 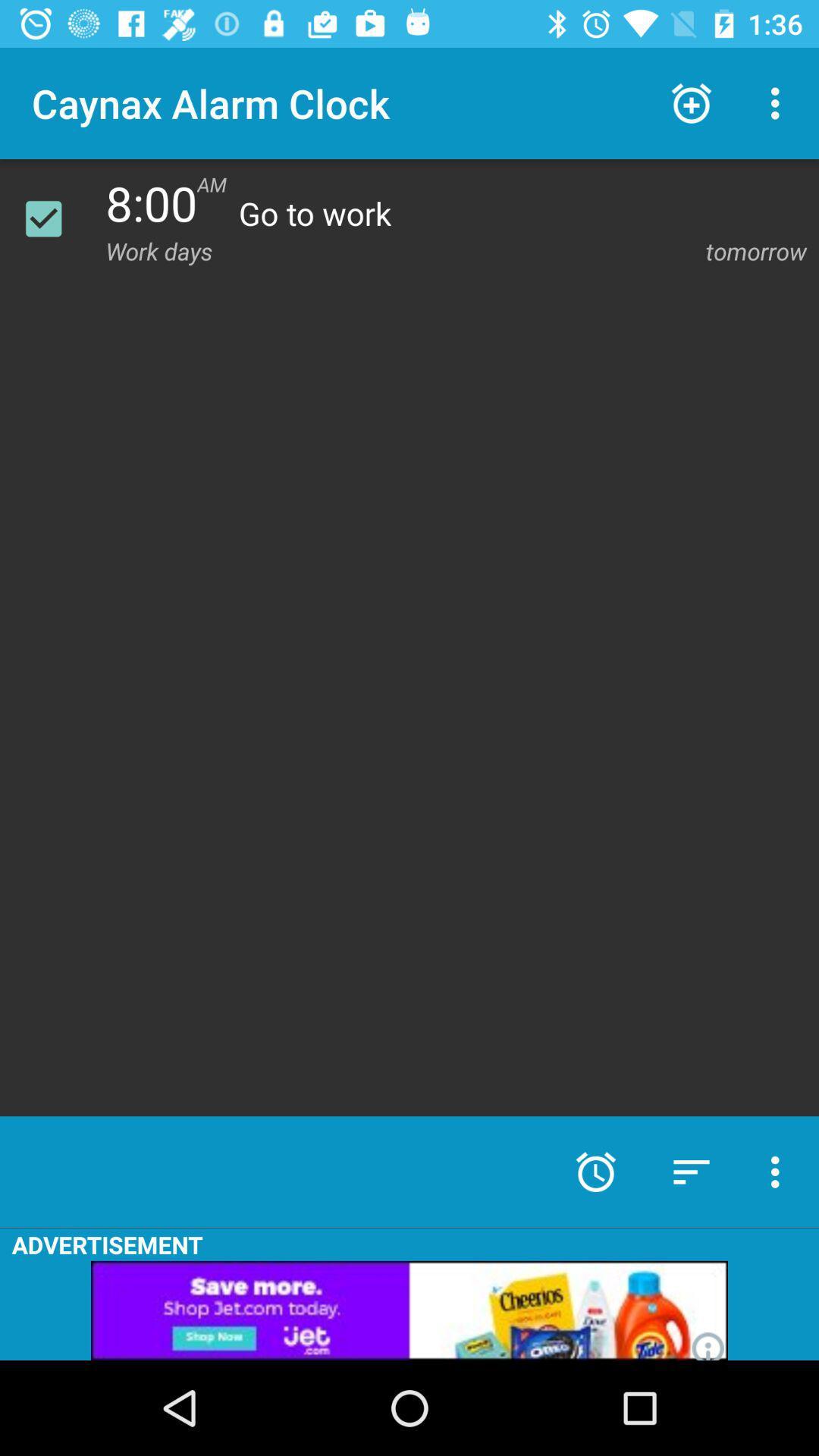 What do you see at coordinates (52, 218) in the screenshot?
I see `alarm on or off` at bounding box center [52, 218].